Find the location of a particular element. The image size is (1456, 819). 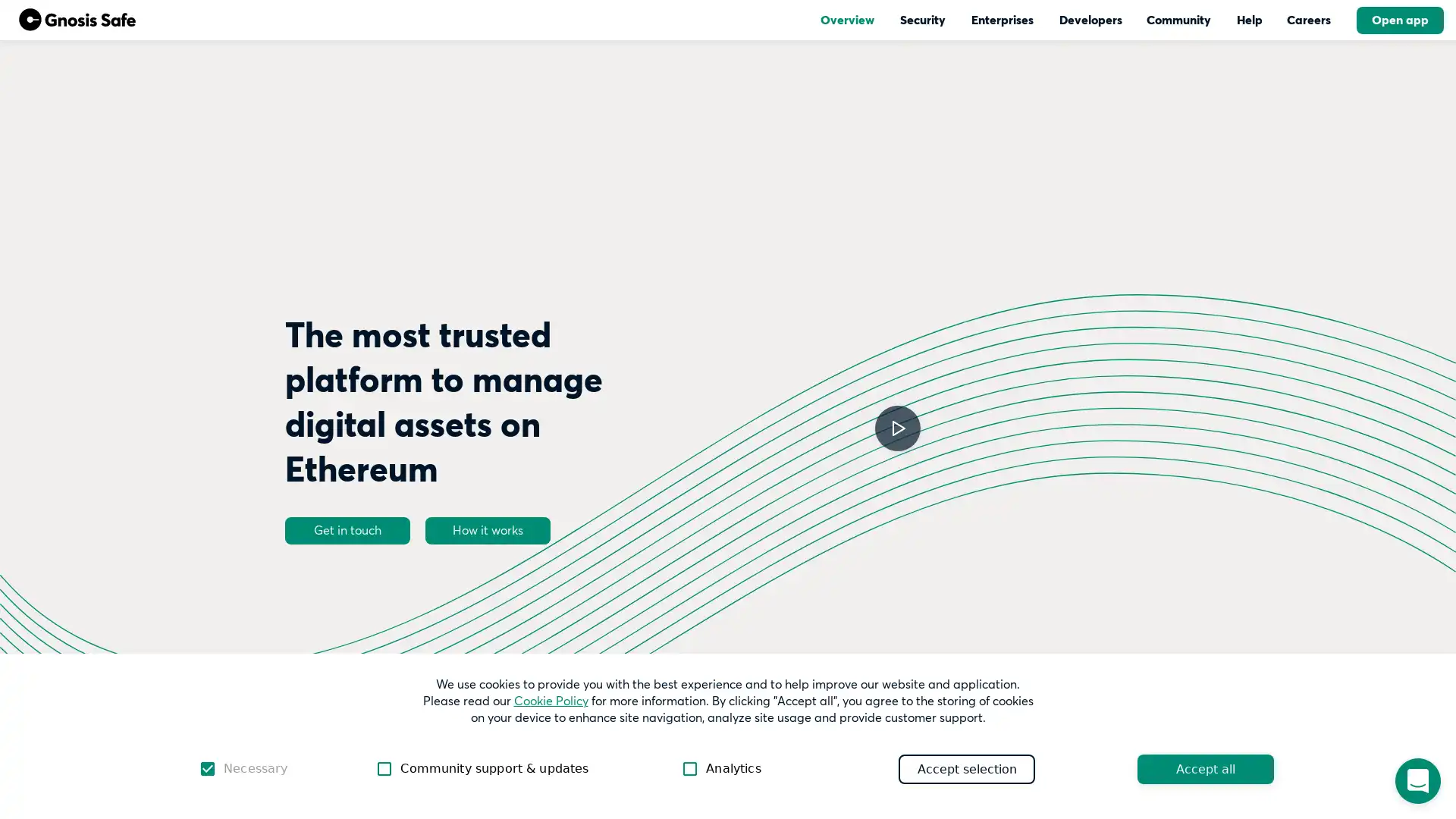

Accept selection is located at coordinates (966, 768).